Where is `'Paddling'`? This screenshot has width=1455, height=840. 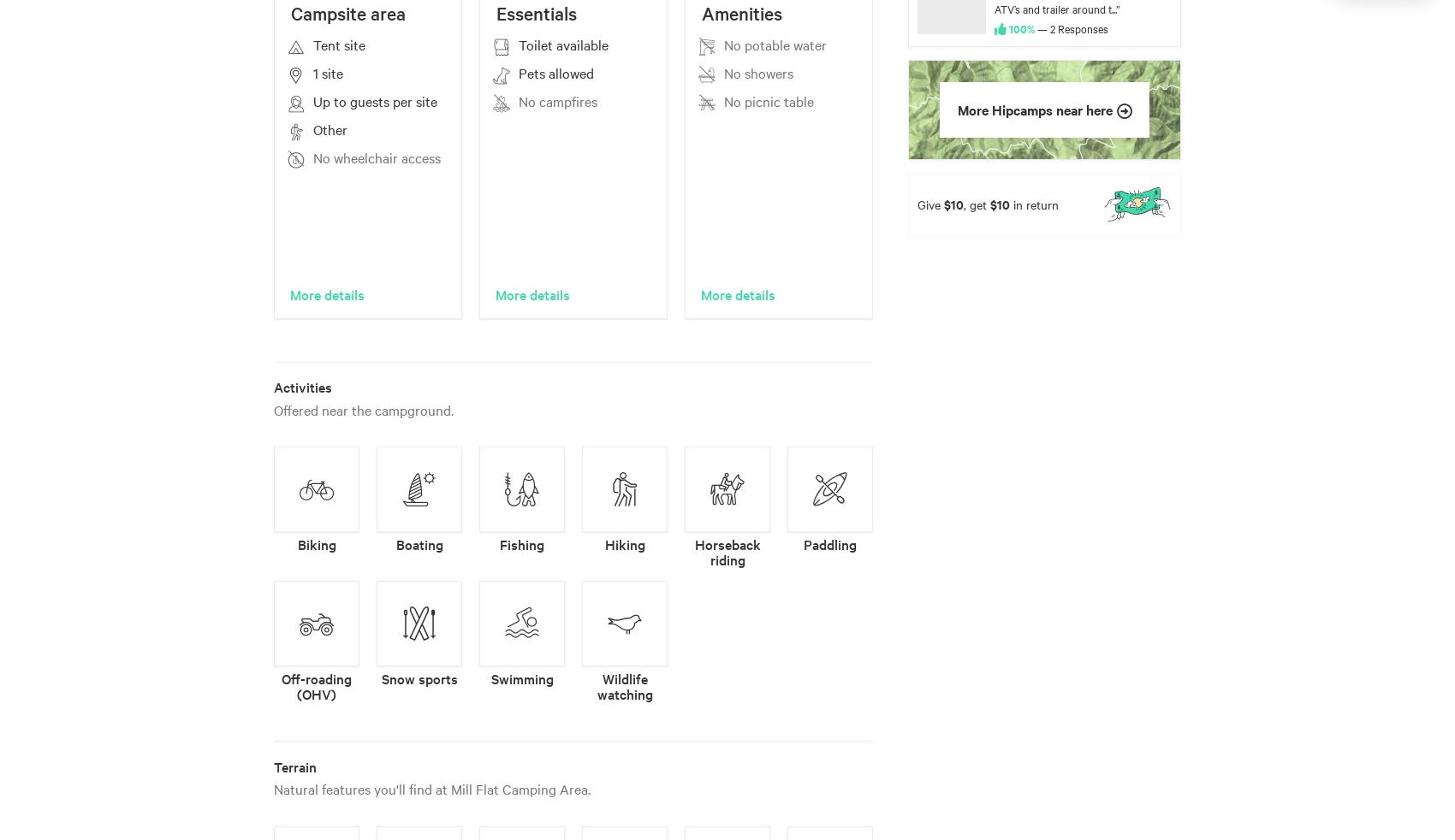 'Paddling' is located at coordinates (829, 543).